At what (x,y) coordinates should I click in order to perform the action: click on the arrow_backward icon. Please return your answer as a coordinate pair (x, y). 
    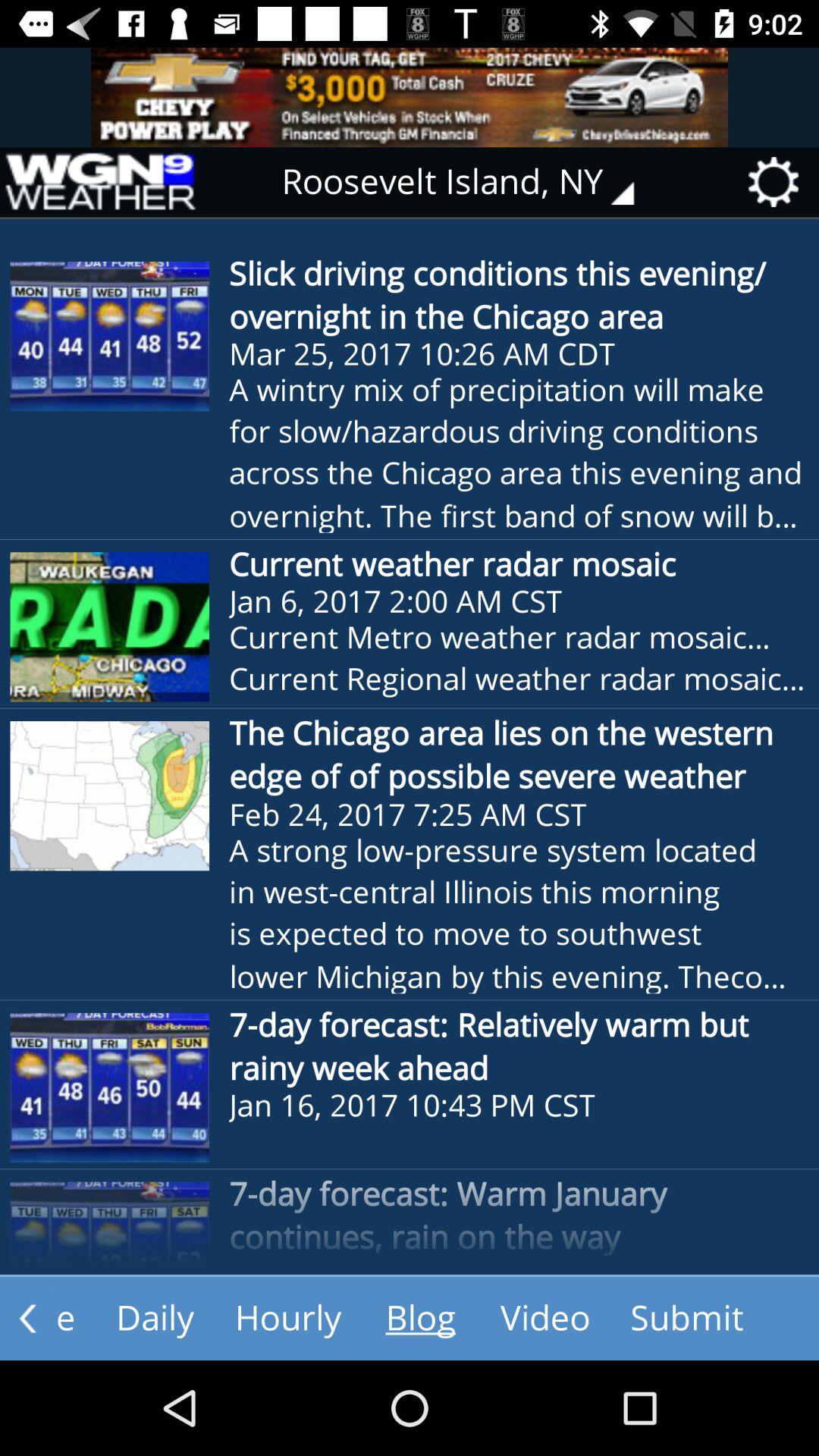
    Looking at the image, I should click on (27, 1317).